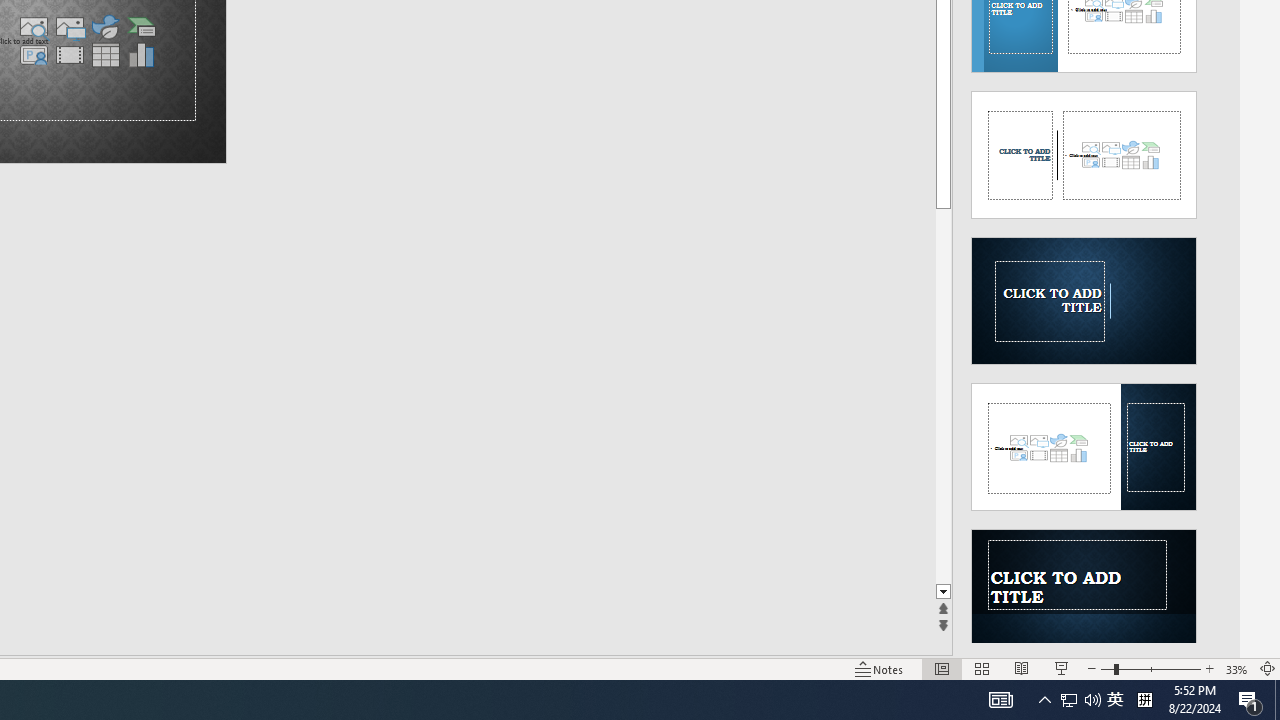 The height and width of the screenshot is (720, 1280). I want to click on 'Zoom', so click(1150, 669).